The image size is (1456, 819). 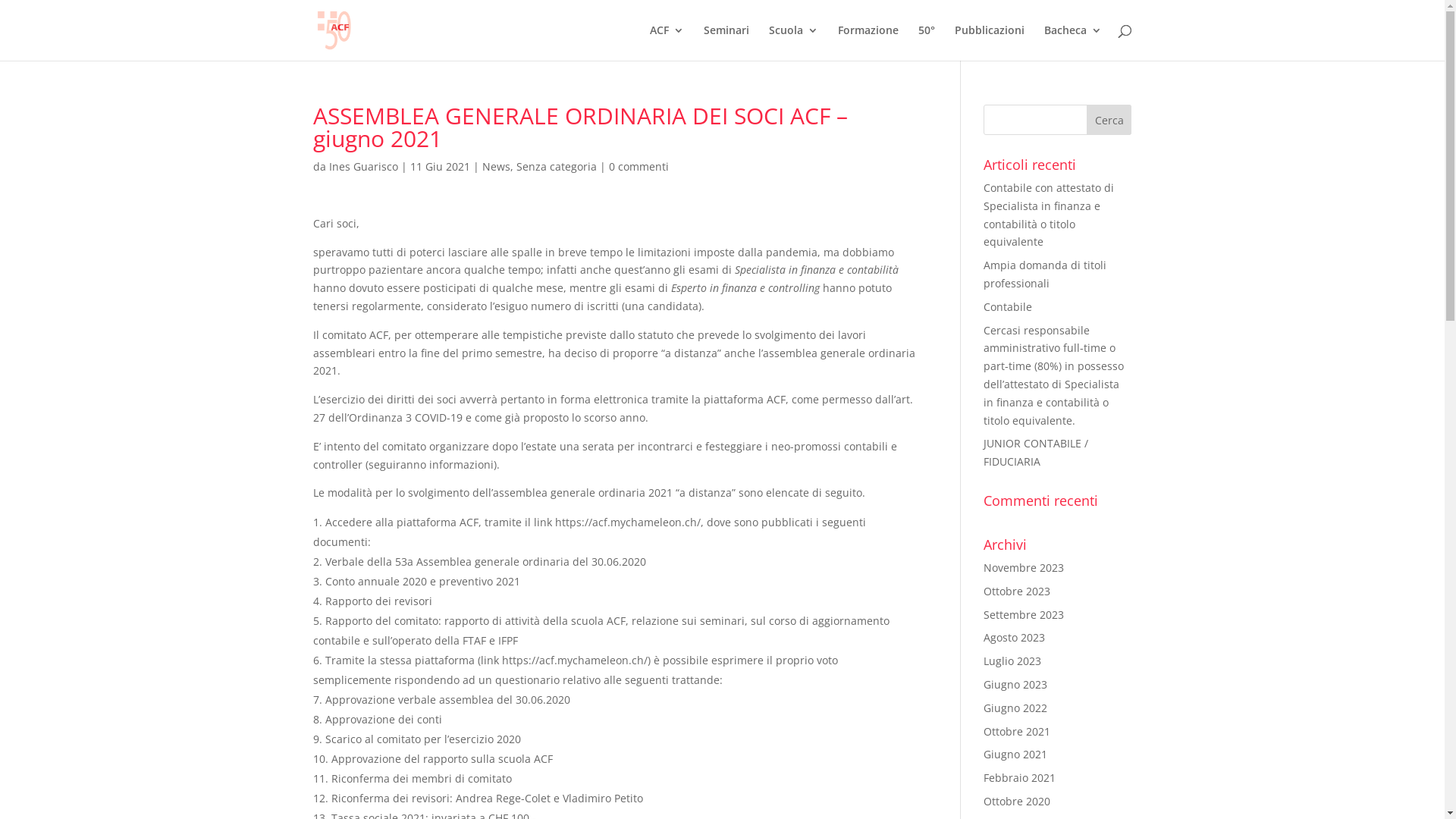 What do you see at coordinates (836, 42) in the screenshot?
I see `'Formazione'` at bounding box center [836, 42].